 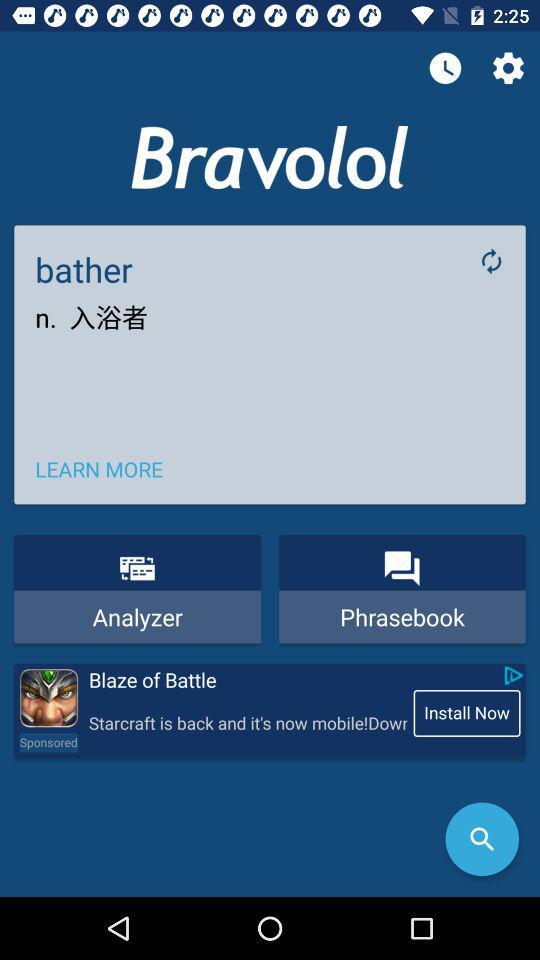 What do you see at coordinates (48, 698) in the screenshot?
I see `advertisement install app` at bounding box center [48, 698].